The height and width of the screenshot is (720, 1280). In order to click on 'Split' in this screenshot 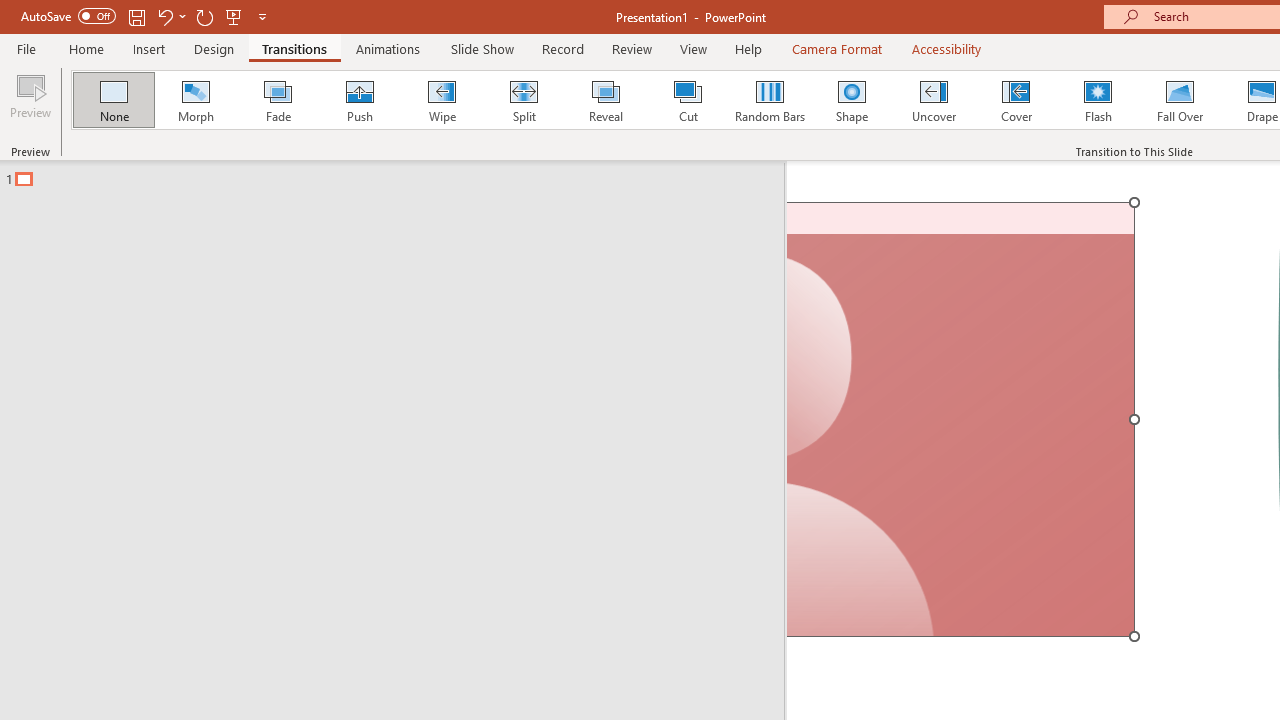, I will do `click(523, 100)`.